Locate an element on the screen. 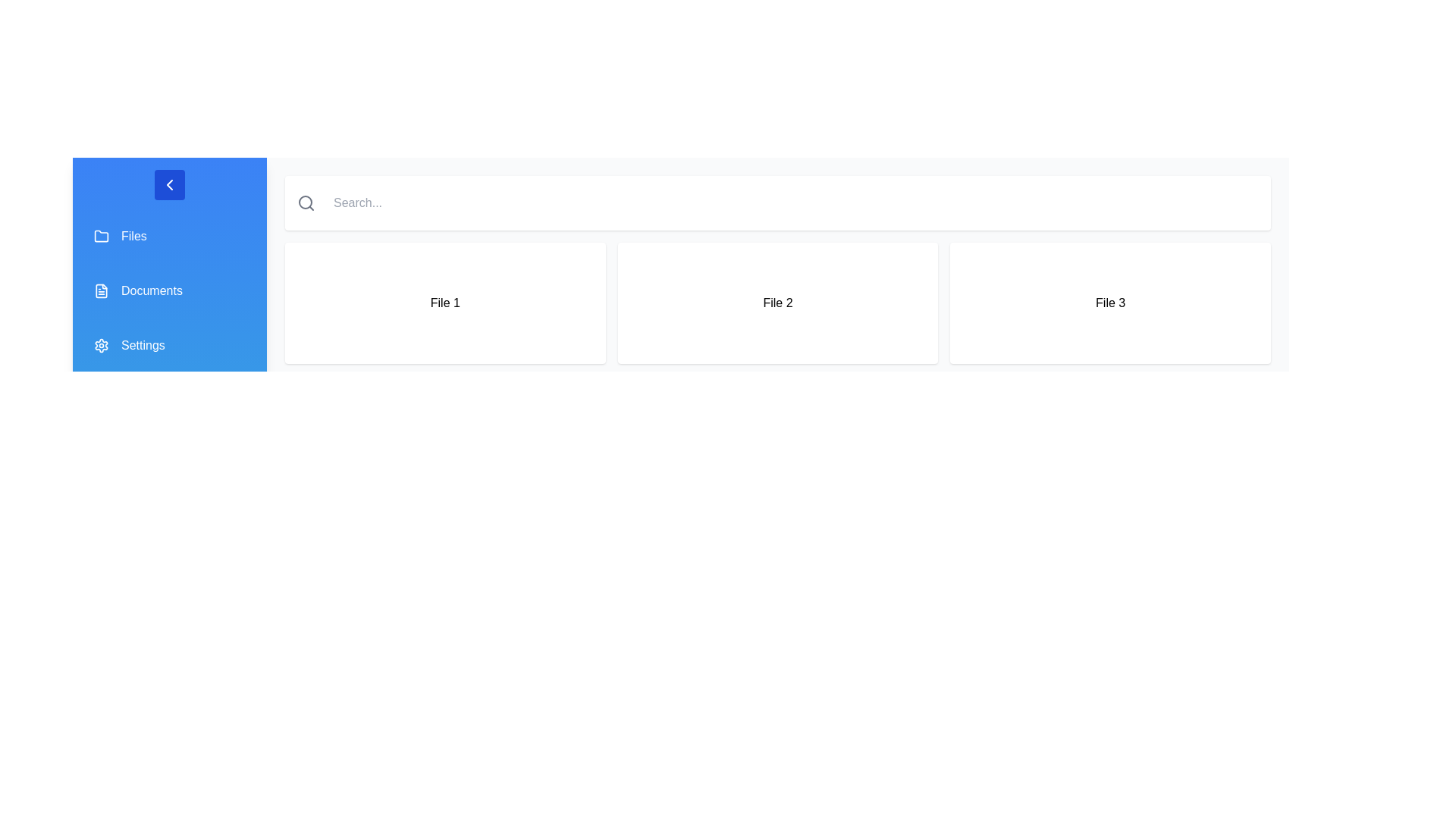 This screenshot has width=1456, height=819. the toggle button in the sidebar to toggle its visibility is located at coordinates (170, 184).